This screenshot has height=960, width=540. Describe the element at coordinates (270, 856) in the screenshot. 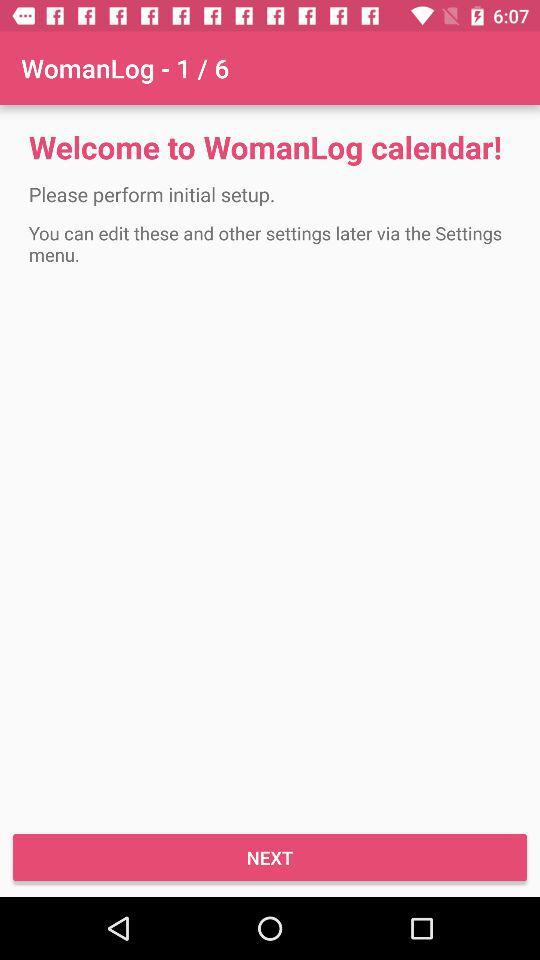

I see `the next icon` at that location.